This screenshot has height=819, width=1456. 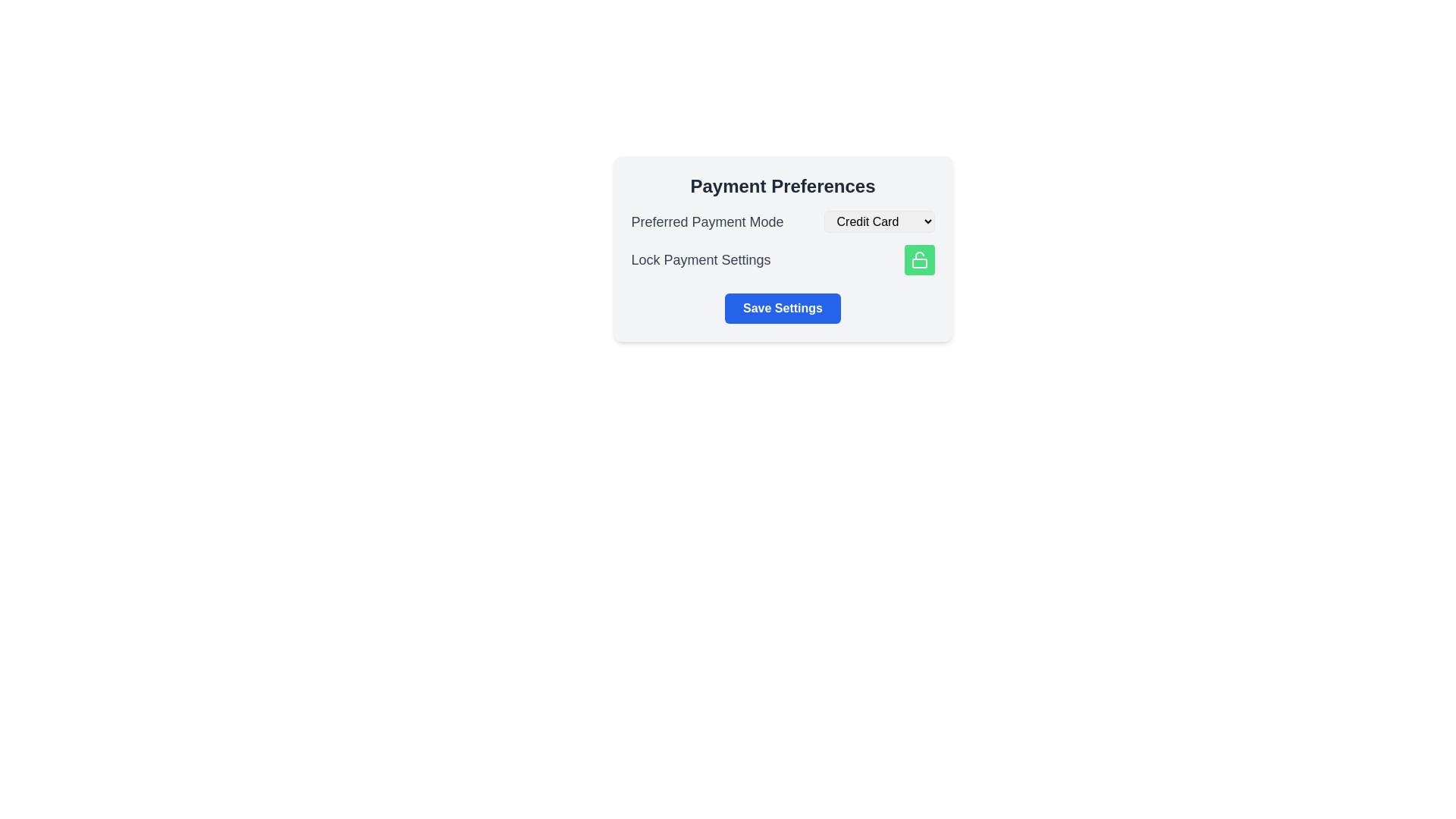 What do you see at coordinates (783, 308) in the screenshot?
I see `the 'Save Settings' button, which is a rectangular button with a blue background and white bold text` at bounding box center [783, 308].